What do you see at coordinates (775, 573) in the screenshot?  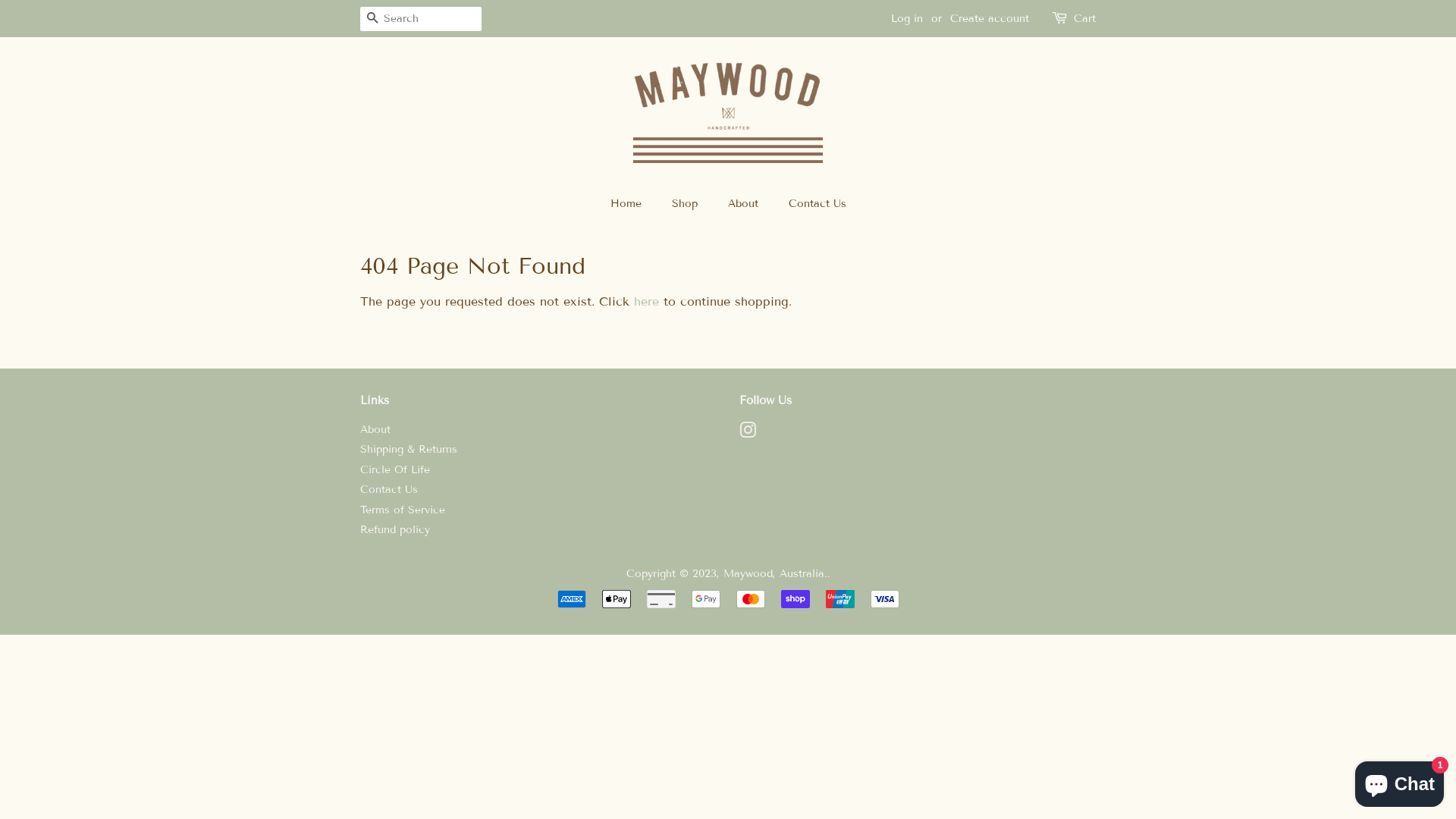 I see `'Maywood, Australia.'` at bounding box center [775, 573].